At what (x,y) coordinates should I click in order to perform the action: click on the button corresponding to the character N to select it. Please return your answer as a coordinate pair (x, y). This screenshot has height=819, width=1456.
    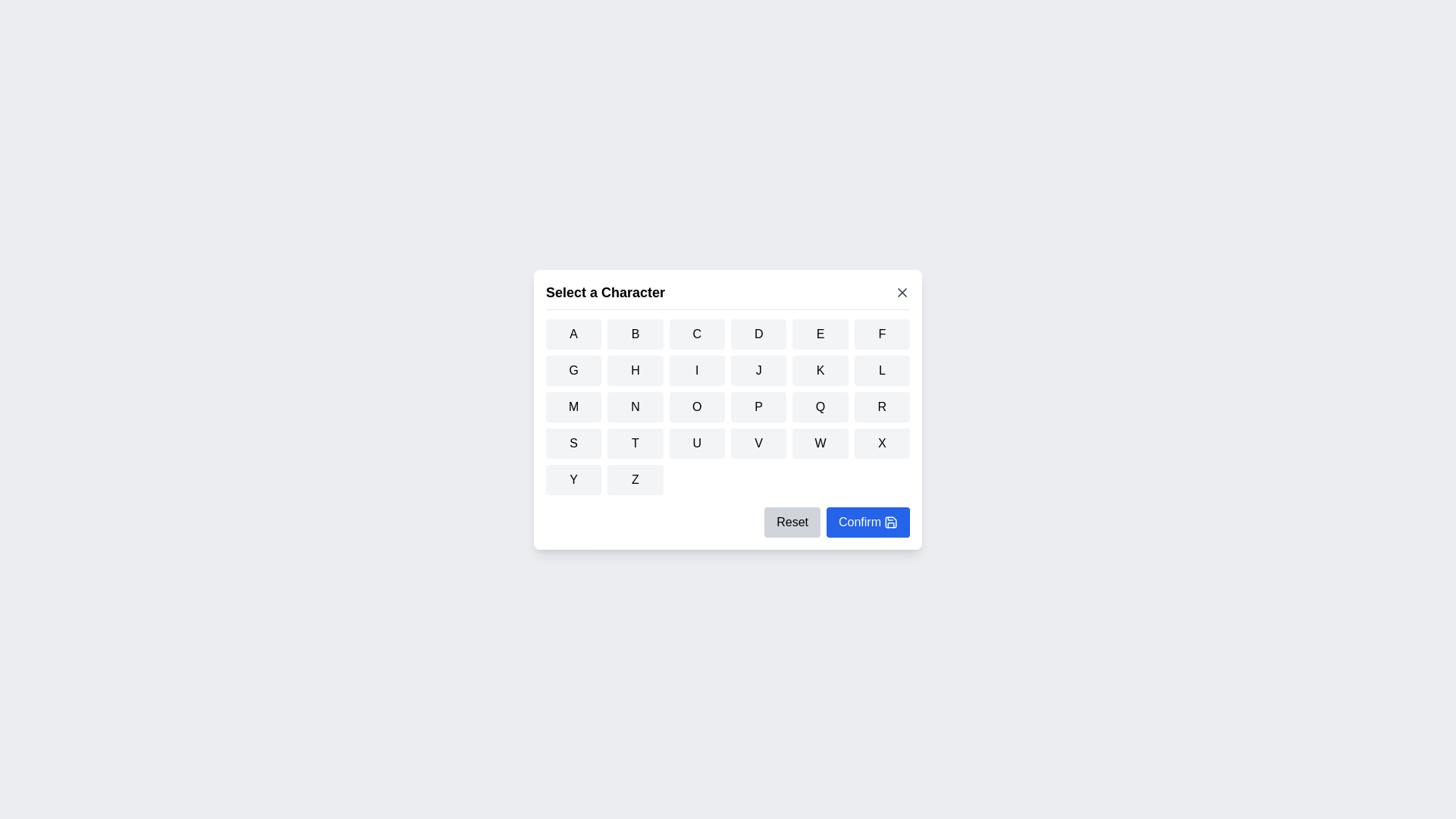
    Looking at the image, I should click on (635, 406).